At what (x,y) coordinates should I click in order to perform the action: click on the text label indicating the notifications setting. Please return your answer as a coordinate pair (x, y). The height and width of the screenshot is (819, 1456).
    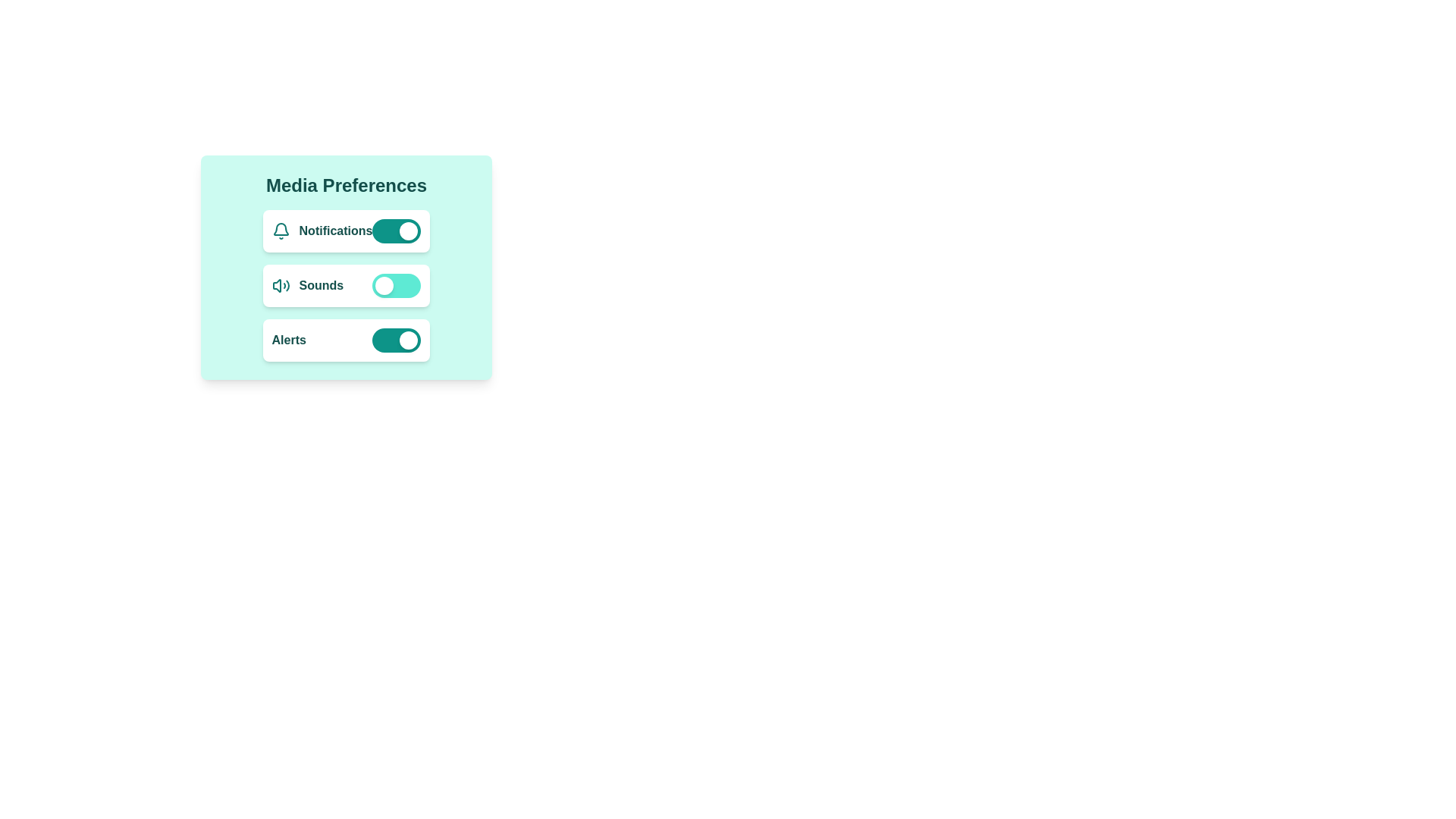
    Looking at the image, I should click on (321, 231).